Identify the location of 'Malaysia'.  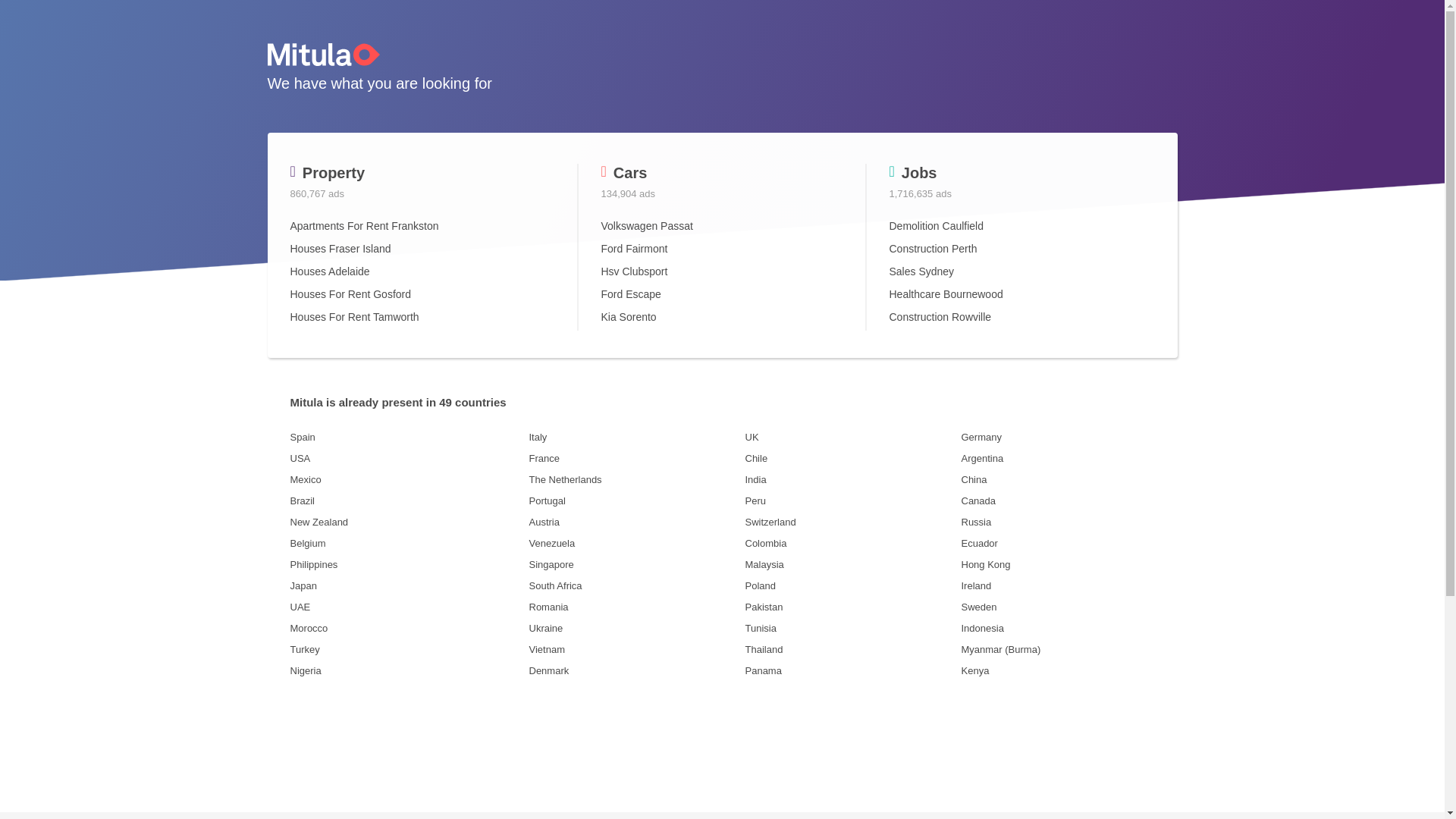
(745, 564).